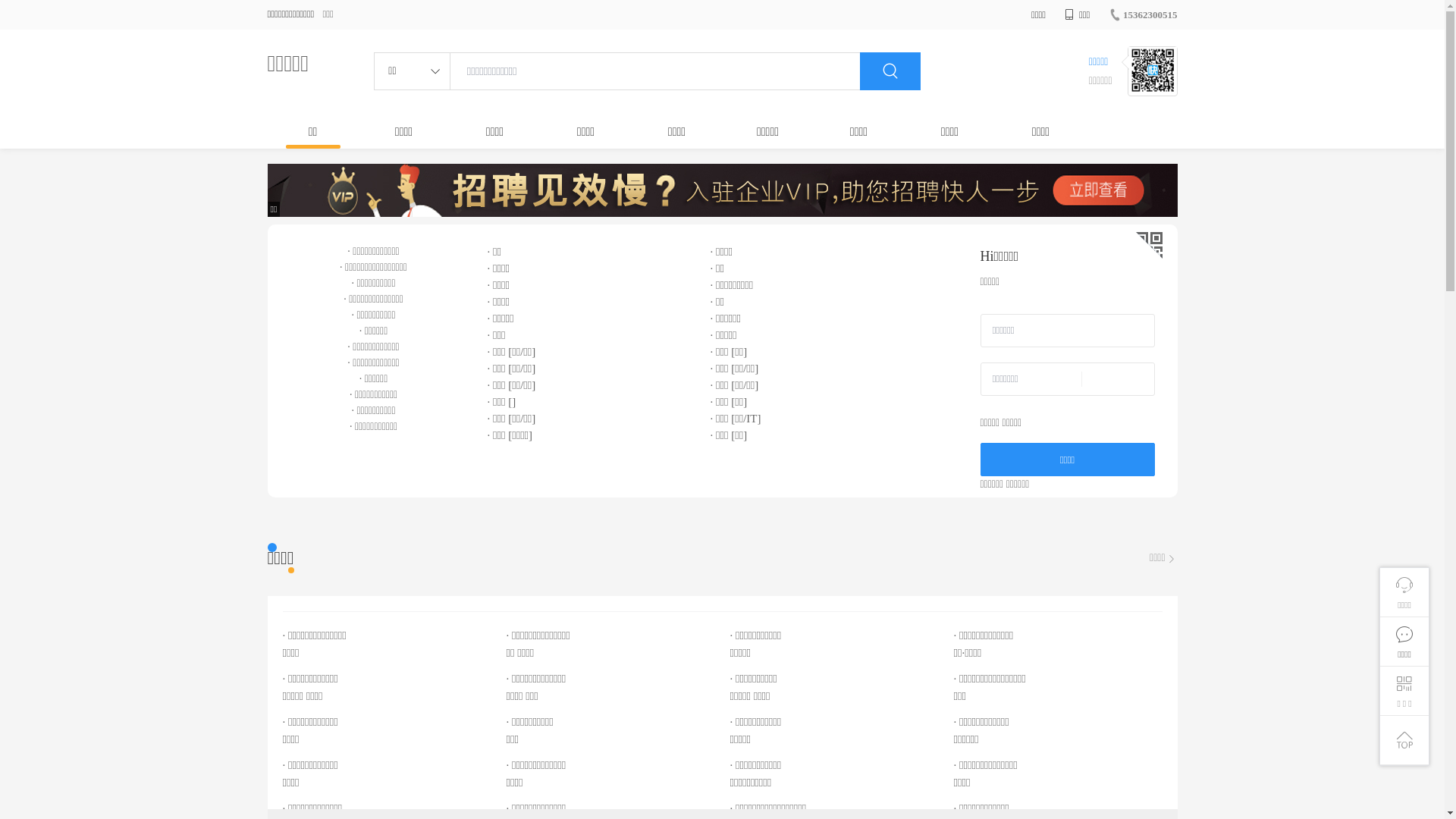 This screenshot has height=819, width=1456. Describe the element at coordinates (1109, 14) in the screenshot. I see `'15362300515'` at that location.